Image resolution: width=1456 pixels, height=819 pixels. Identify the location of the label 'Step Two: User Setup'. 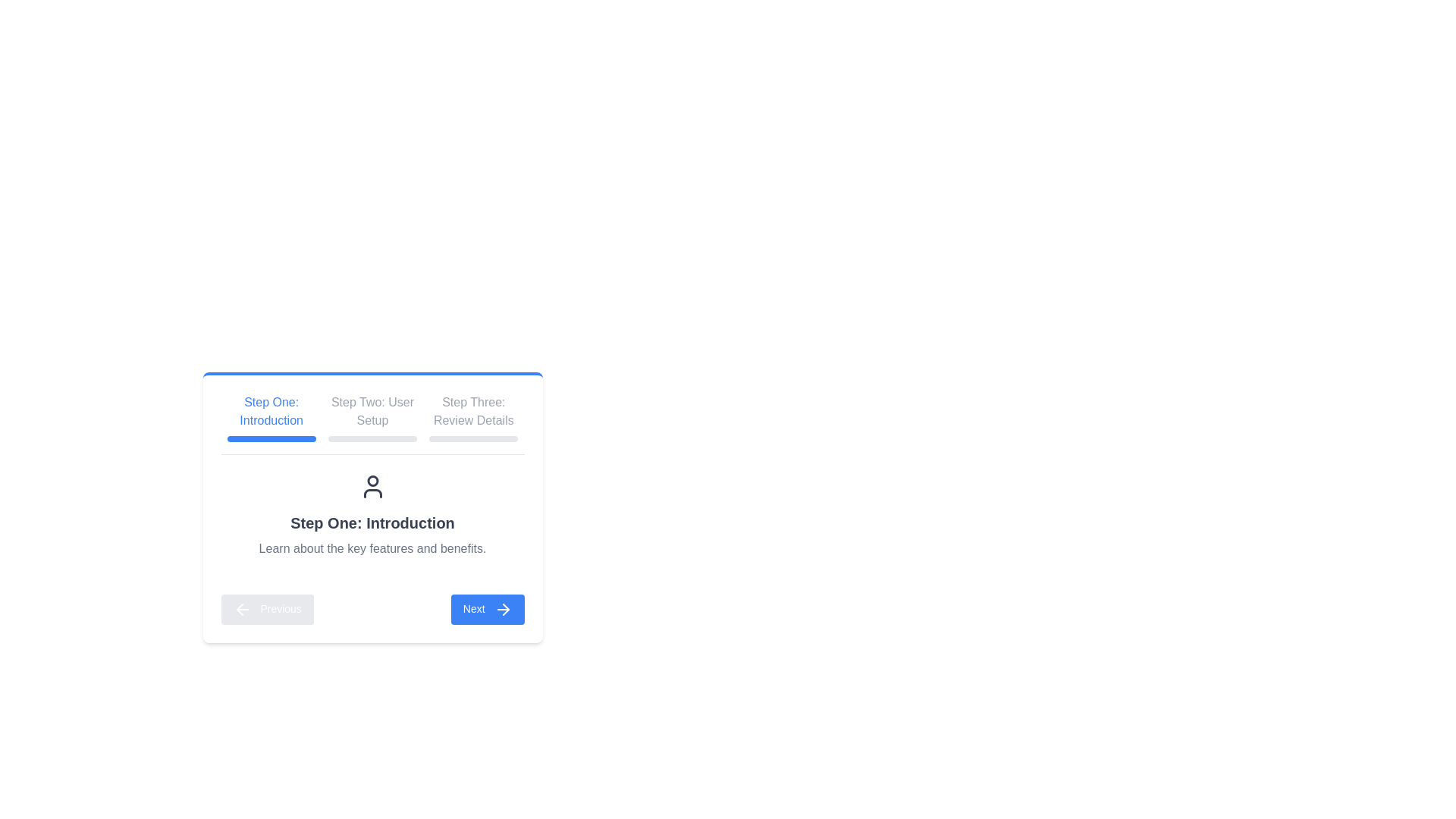
(372, 418).